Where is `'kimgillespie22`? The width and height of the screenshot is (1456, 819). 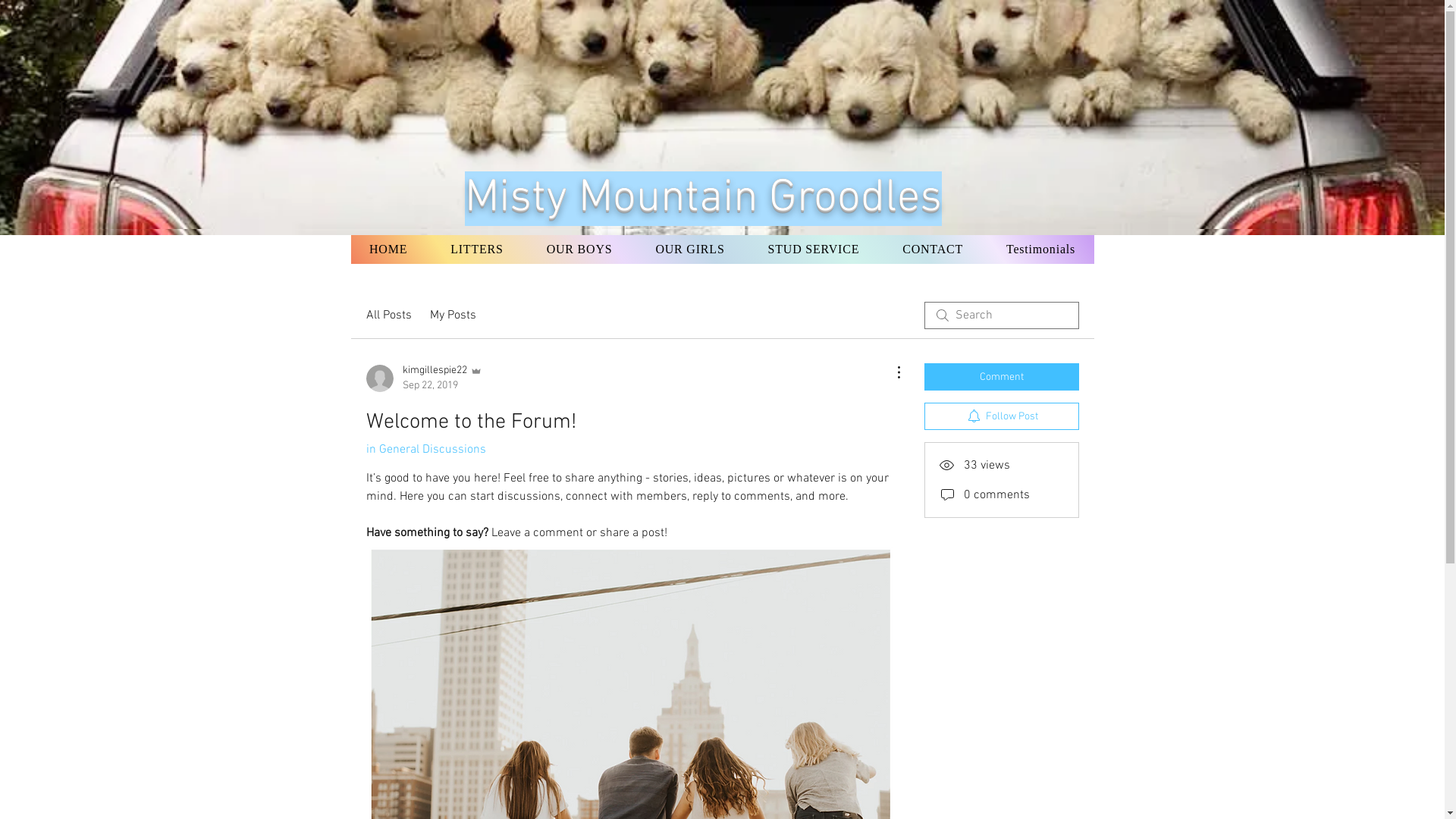 'kimgillespie22 is located at coordinates (423, 377).